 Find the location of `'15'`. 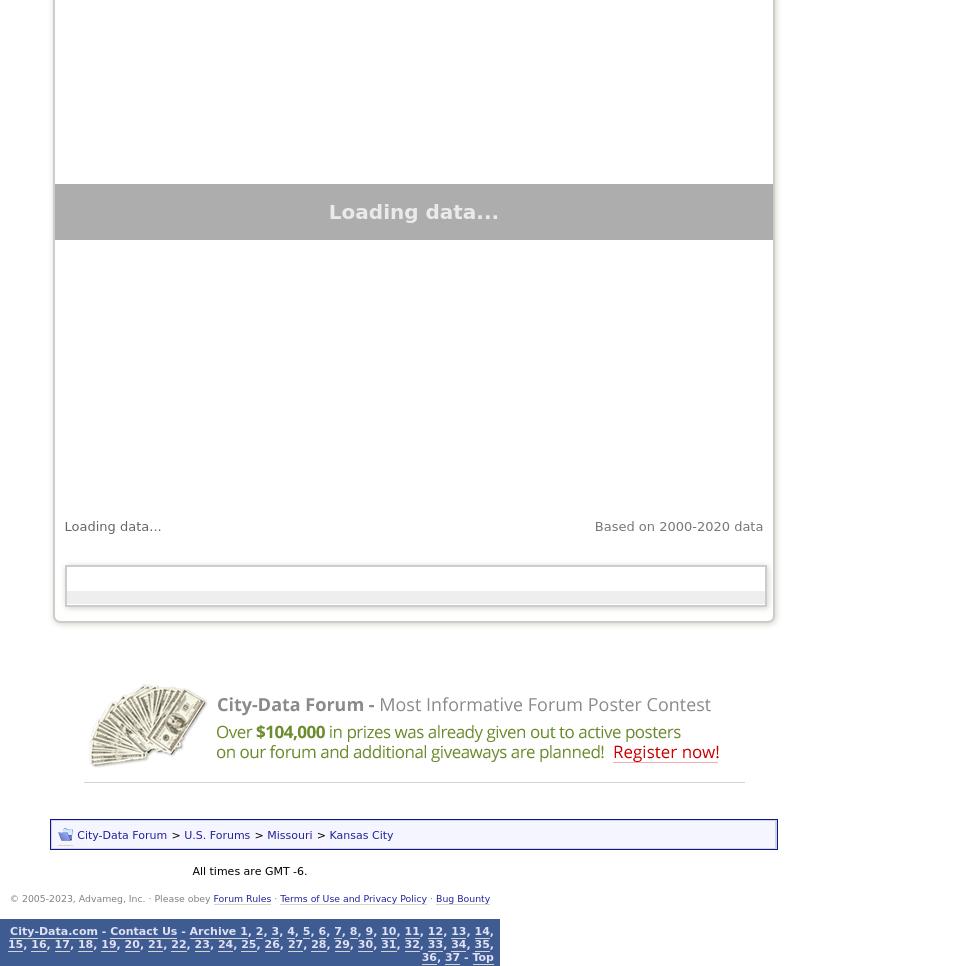

'15' is located at coordinates (5, 943).